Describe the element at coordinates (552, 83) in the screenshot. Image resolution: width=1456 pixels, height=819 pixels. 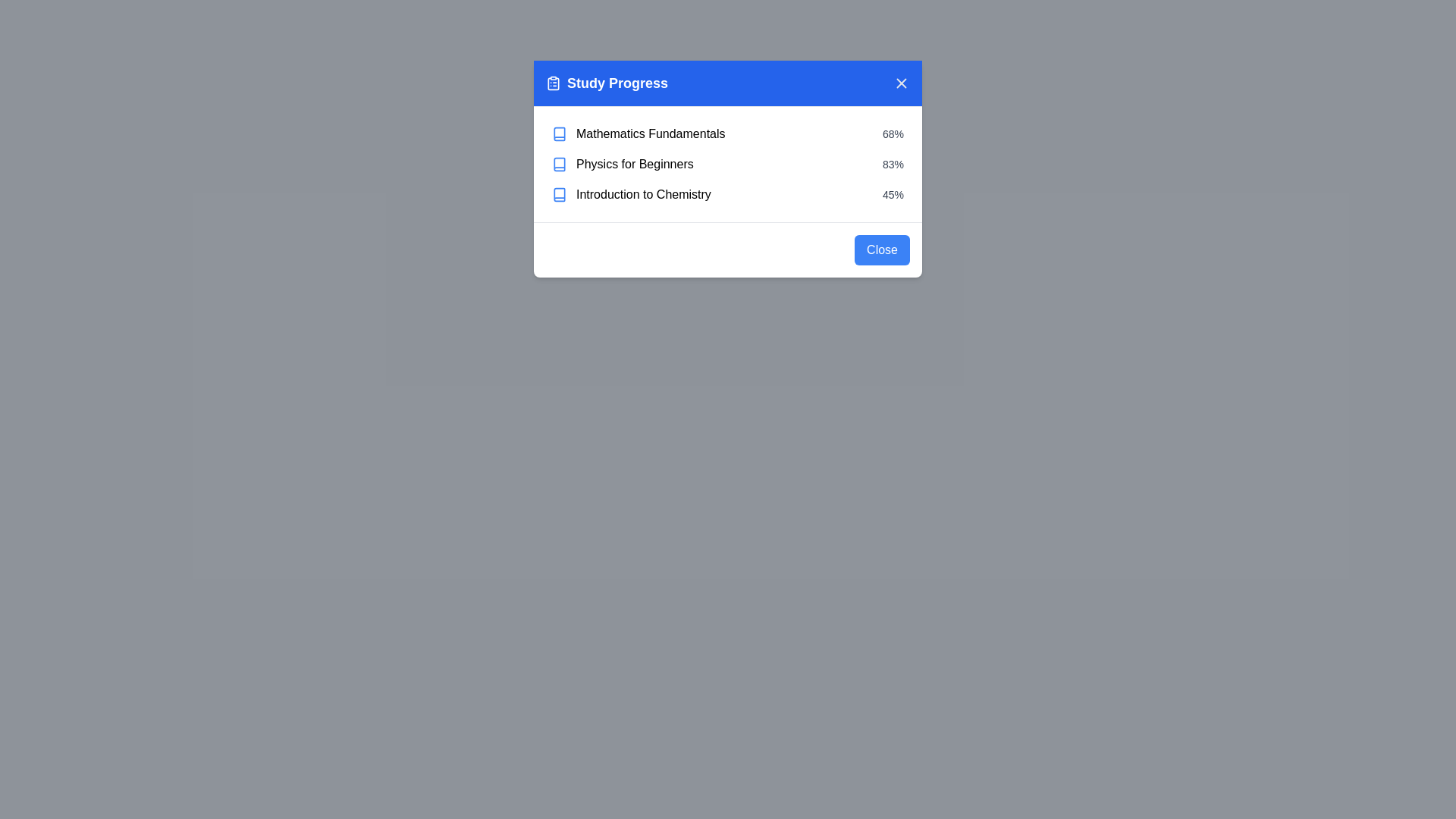
I see `the decorative icon located in the top-left portion of the modal dialog, which enhances the visual presentation of the 'Study Progress' title` at that location.